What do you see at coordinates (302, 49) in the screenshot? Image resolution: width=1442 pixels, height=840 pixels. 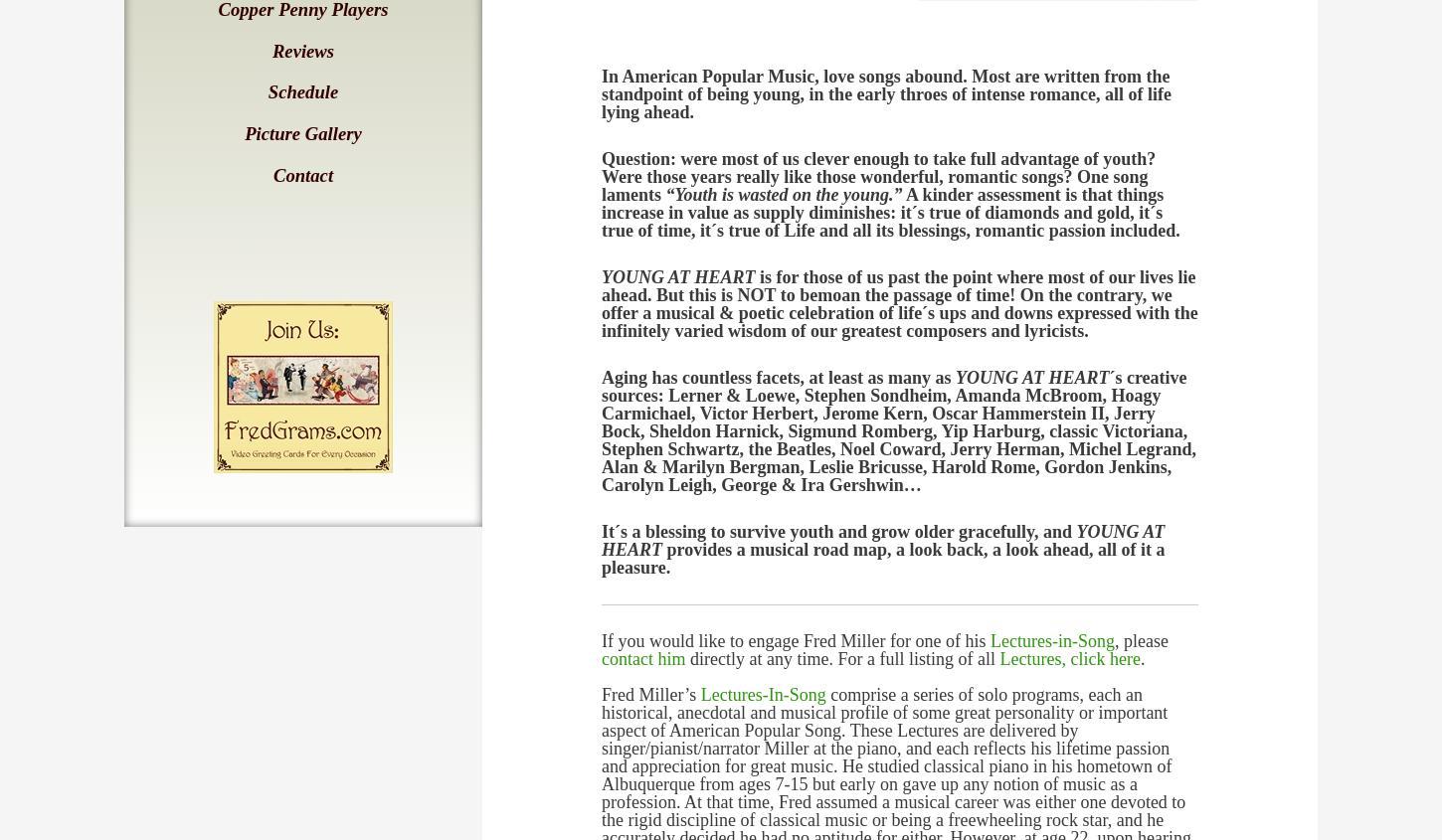 I see `'Reviews'` at bounding box center [302, 49].